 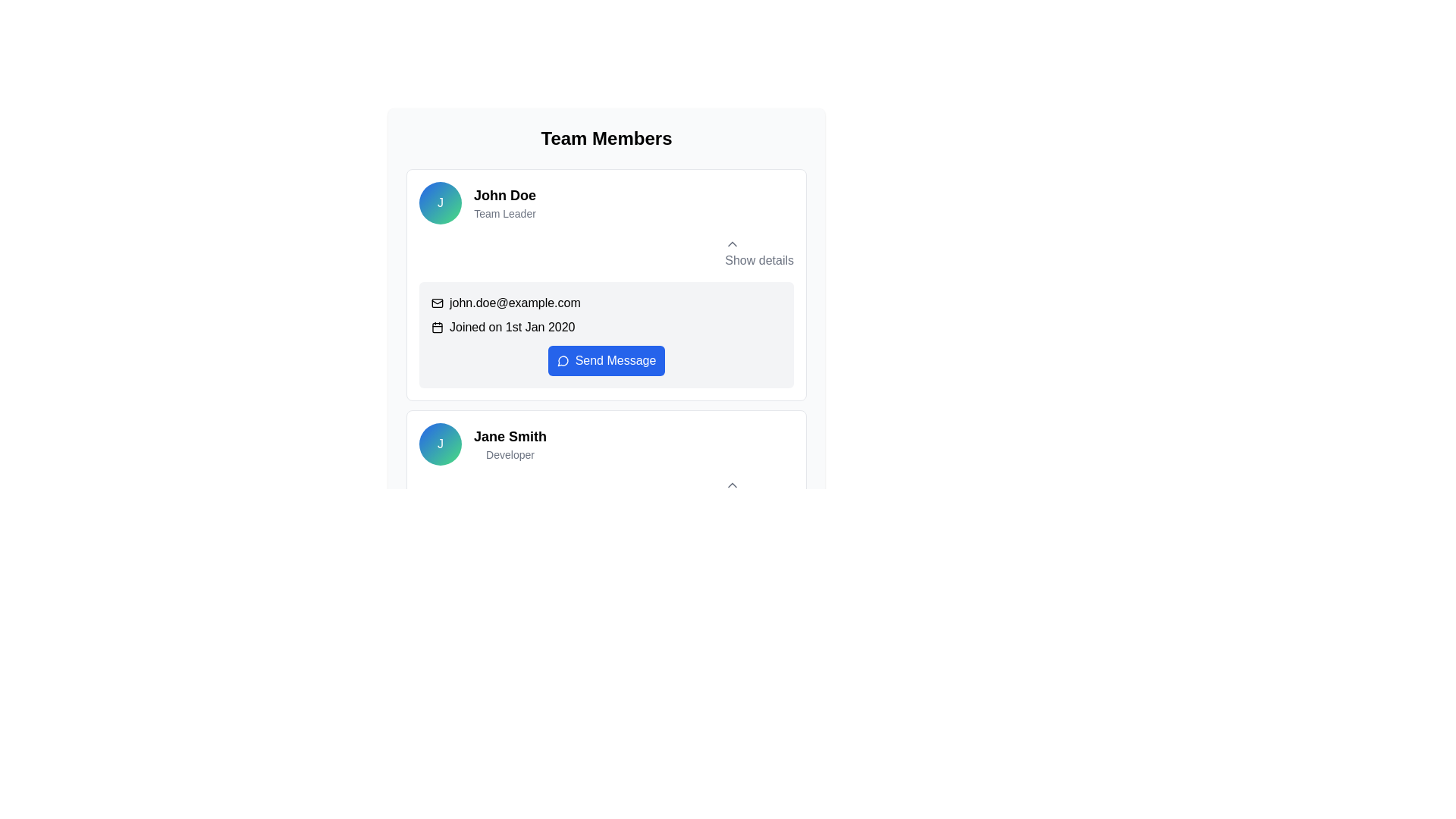 I want to click on the Text Label displaying 'Jane Smith' and 'Developer' within the second team member card under 'Team Members', located to the right of the circular avatar labeled 'J', so click(x=510, y=444).